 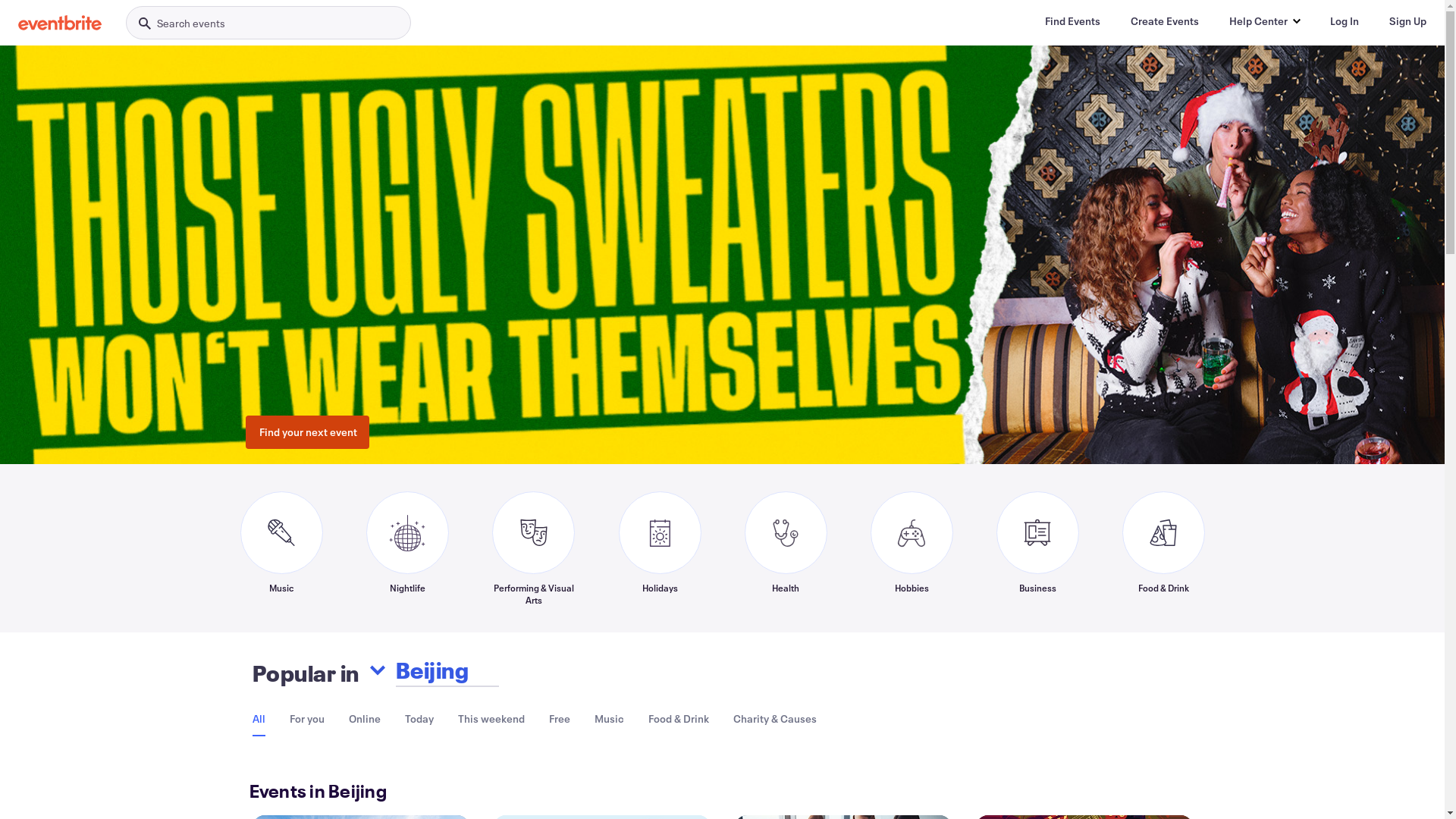 What do you see at coordinates (268, 23) in the screenshot?
I see `'Search events'` at bounding box center [268, 23].